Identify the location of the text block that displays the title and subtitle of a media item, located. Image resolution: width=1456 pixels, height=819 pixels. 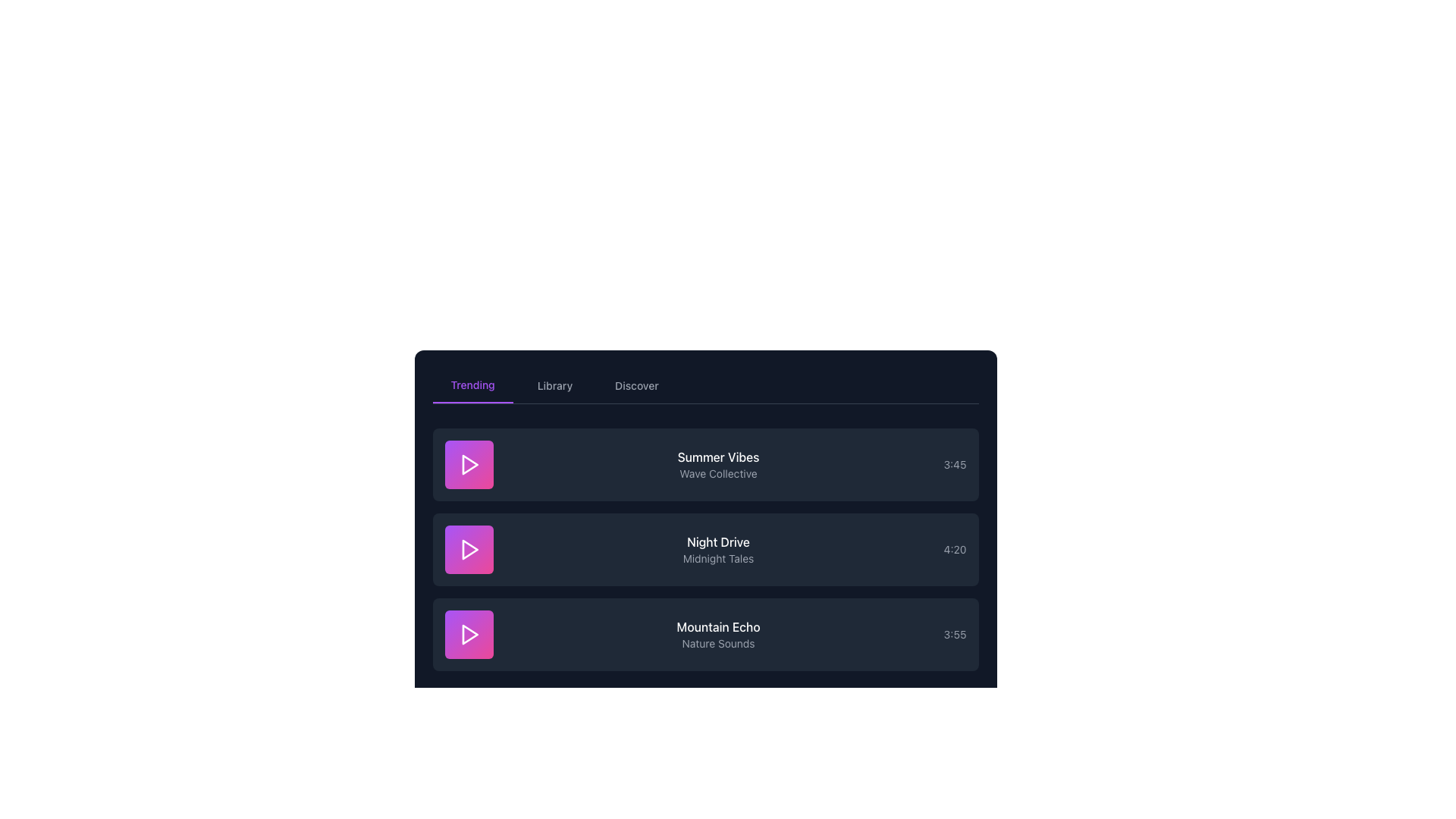
(717, 550).